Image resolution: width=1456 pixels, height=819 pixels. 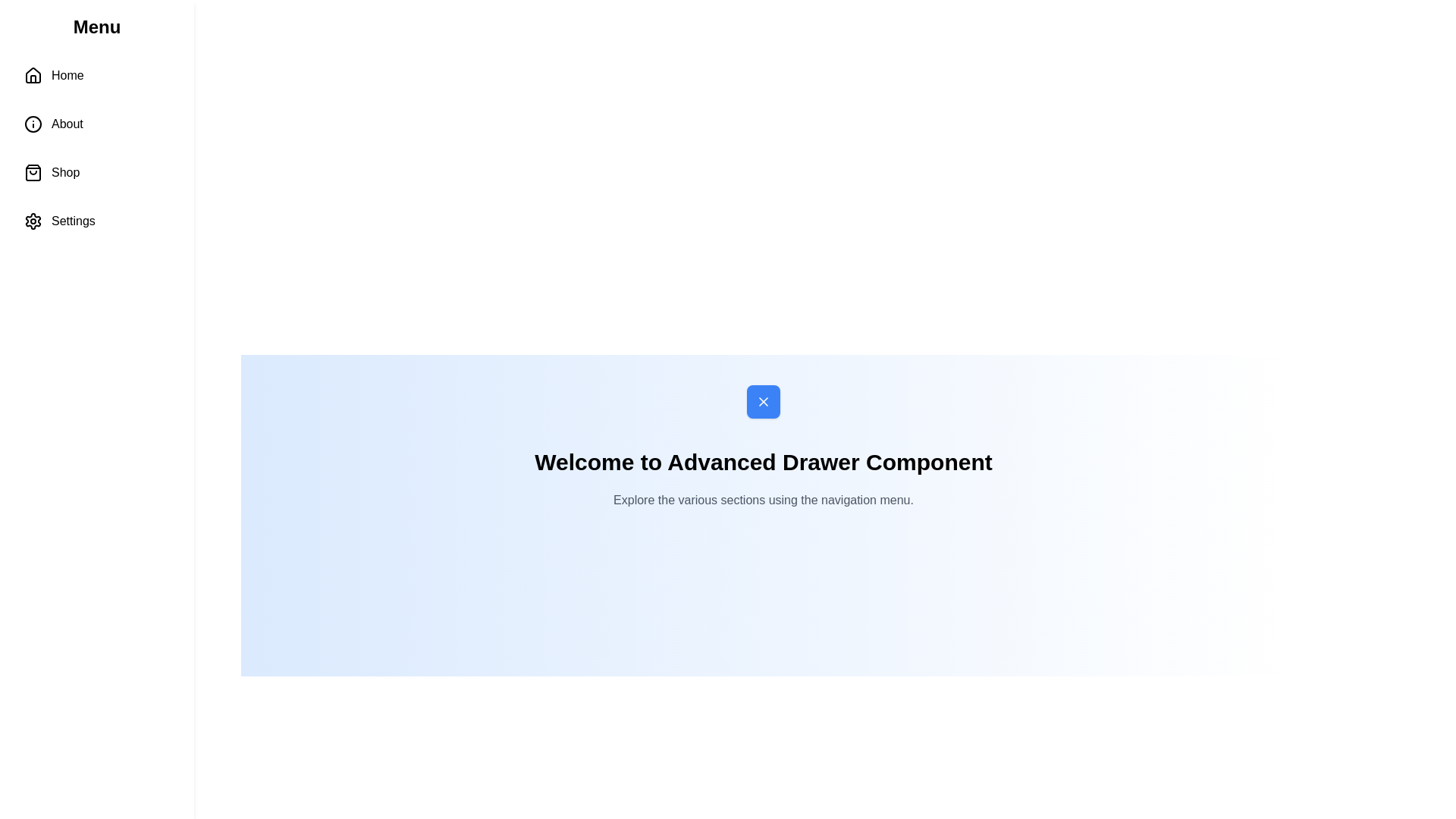 What do you see at coordinates (33, 221) in the screenshot?
I see `the gear-like icon in the vertical navigation menu on the left side of the interface` at bounding box center [33, 221].